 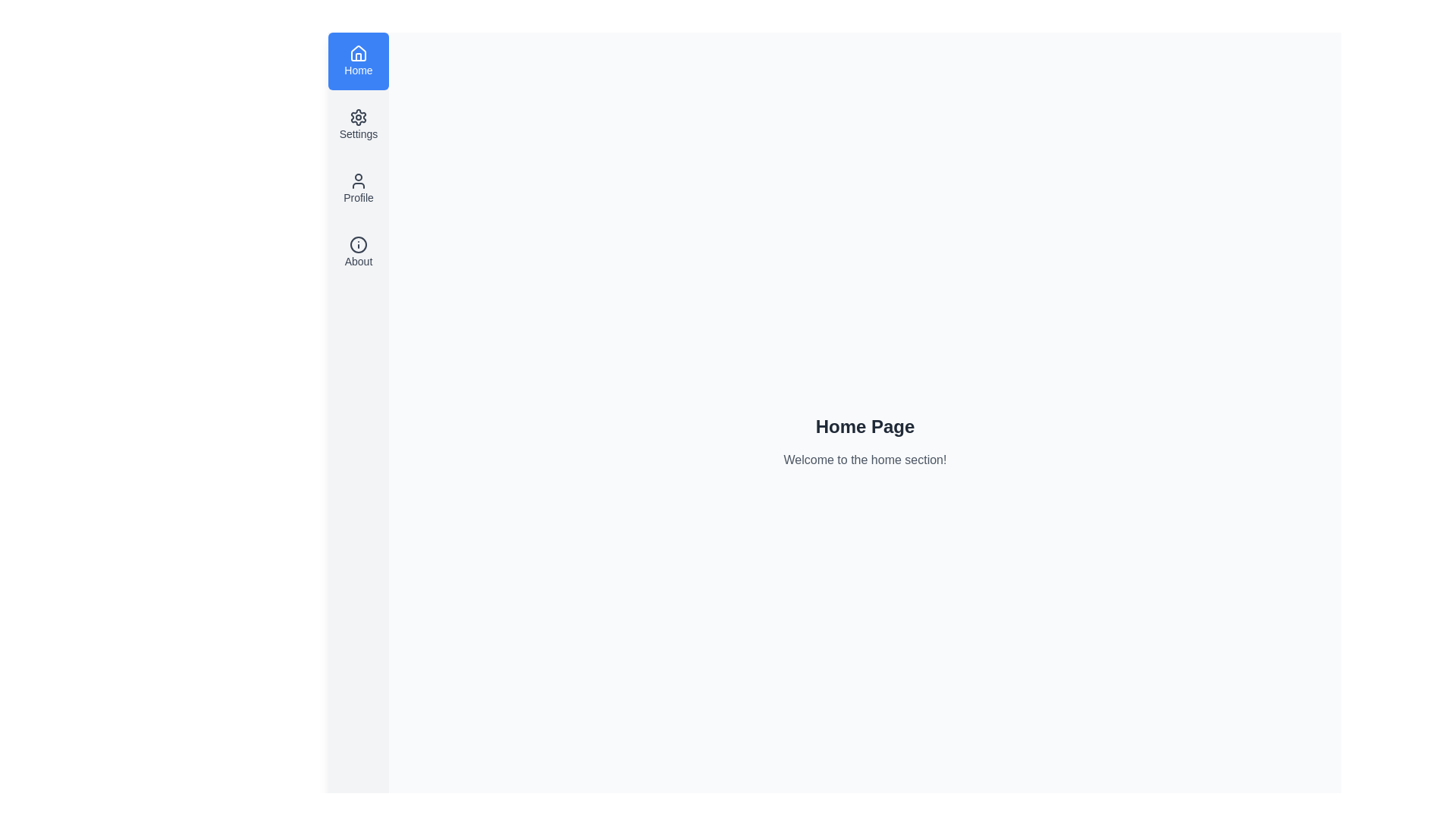 I want to click on the sidebar menu option Profile, so click(x=358, y=188).